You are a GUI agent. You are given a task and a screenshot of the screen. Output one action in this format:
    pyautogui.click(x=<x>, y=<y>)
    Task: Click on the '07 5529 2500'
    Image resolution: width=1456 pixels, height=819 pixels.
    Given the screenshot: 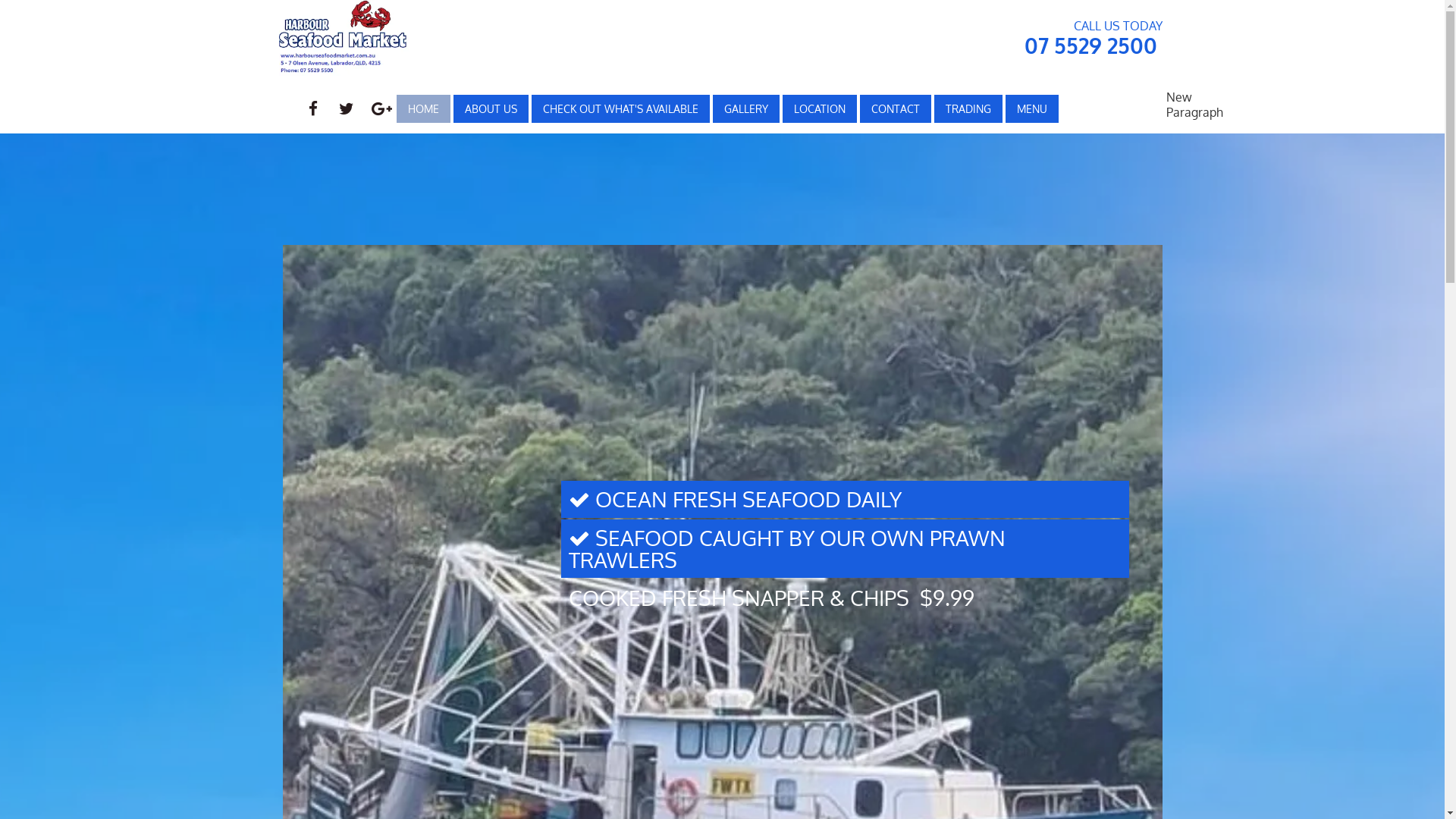 What is the action you would take?
    pyautogui.click(x=1089, y=45)
    